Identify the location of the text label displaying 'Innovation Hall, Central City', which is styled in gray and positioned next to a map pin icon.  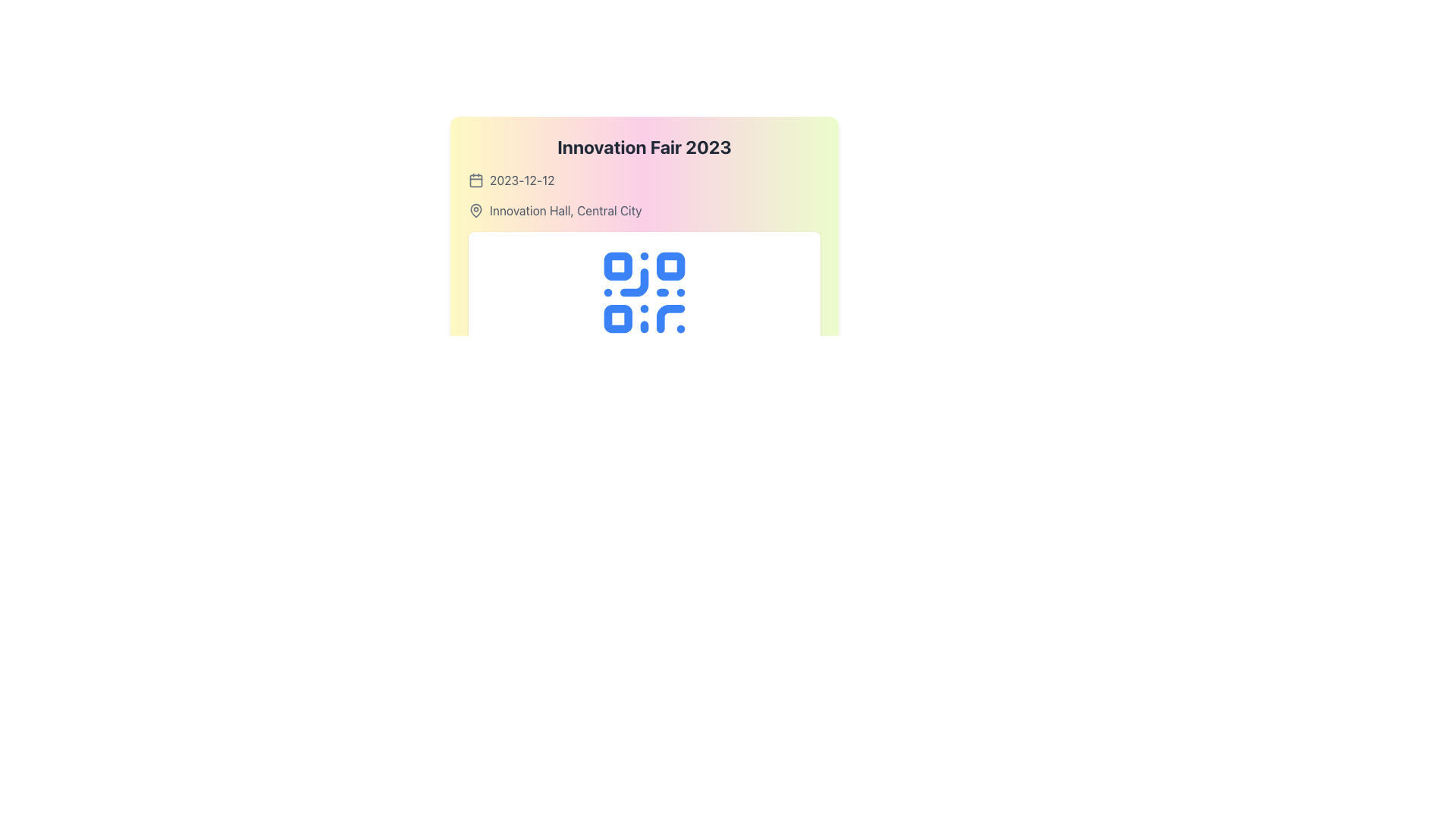
(565, 210).